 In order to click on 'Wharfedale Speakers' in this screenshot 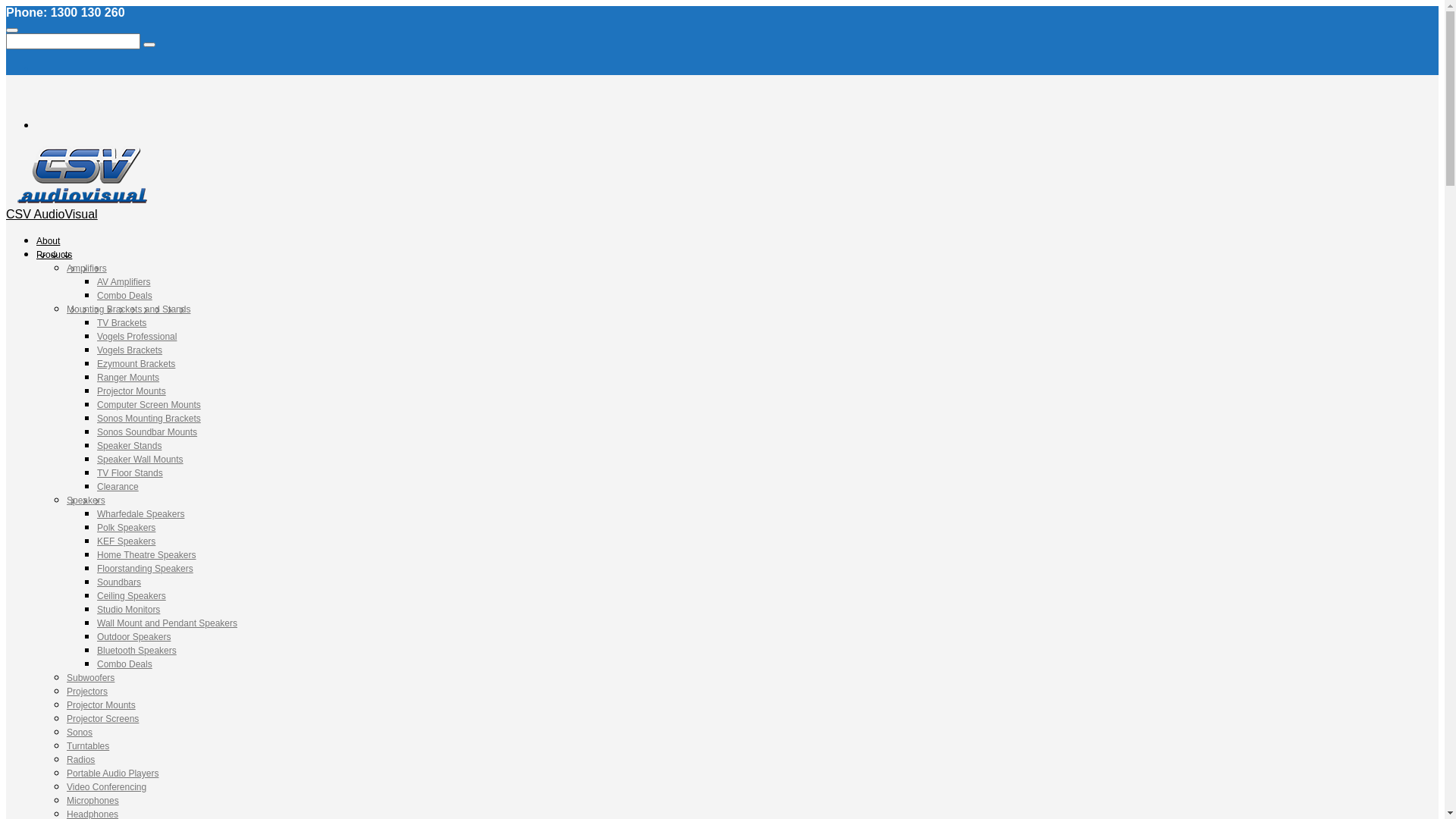, I will do `click(140, 513)`.